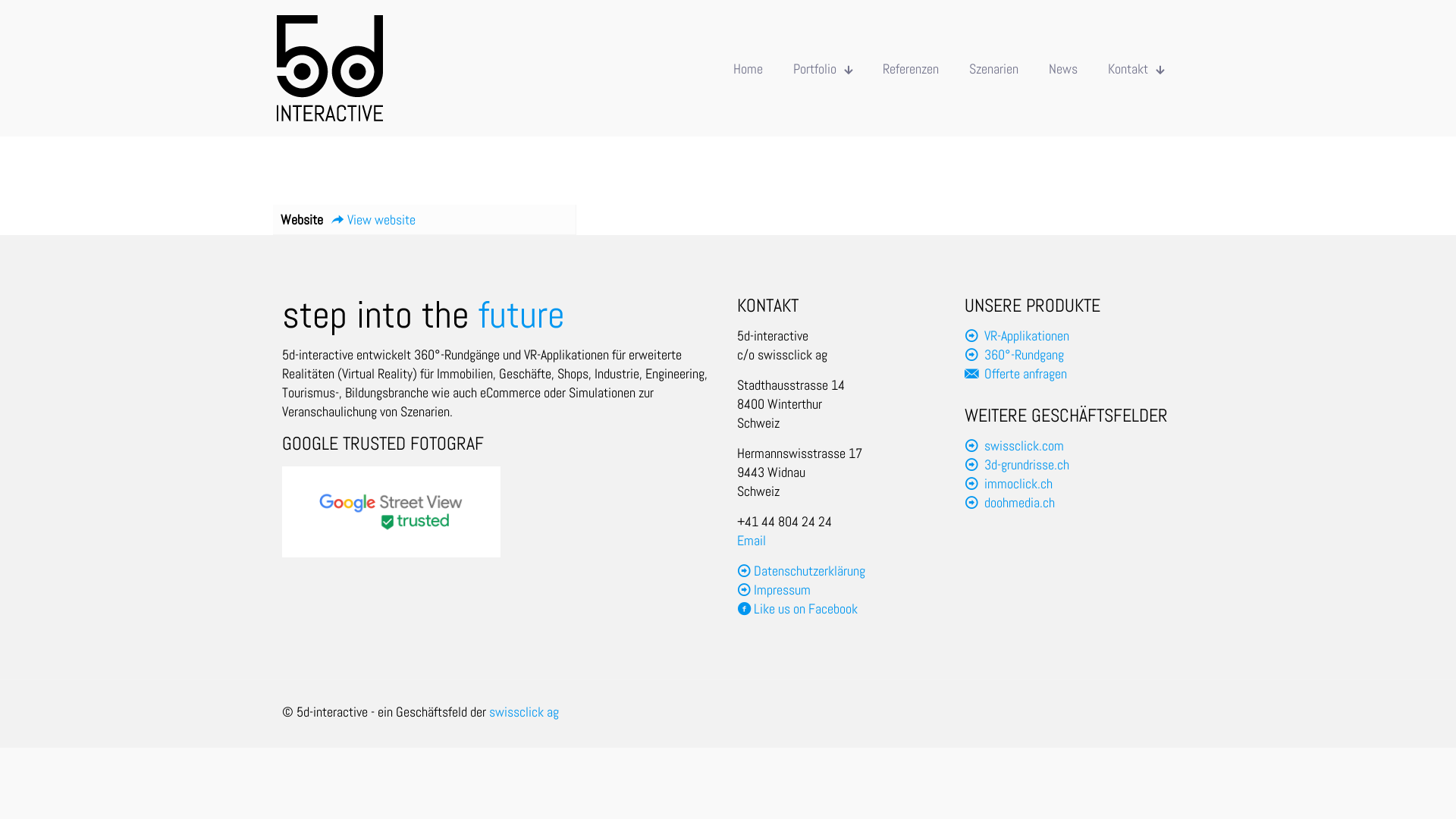 The image size is (1456, 819). I want to click on 'doohmedia.ch', so click(1019, 502).